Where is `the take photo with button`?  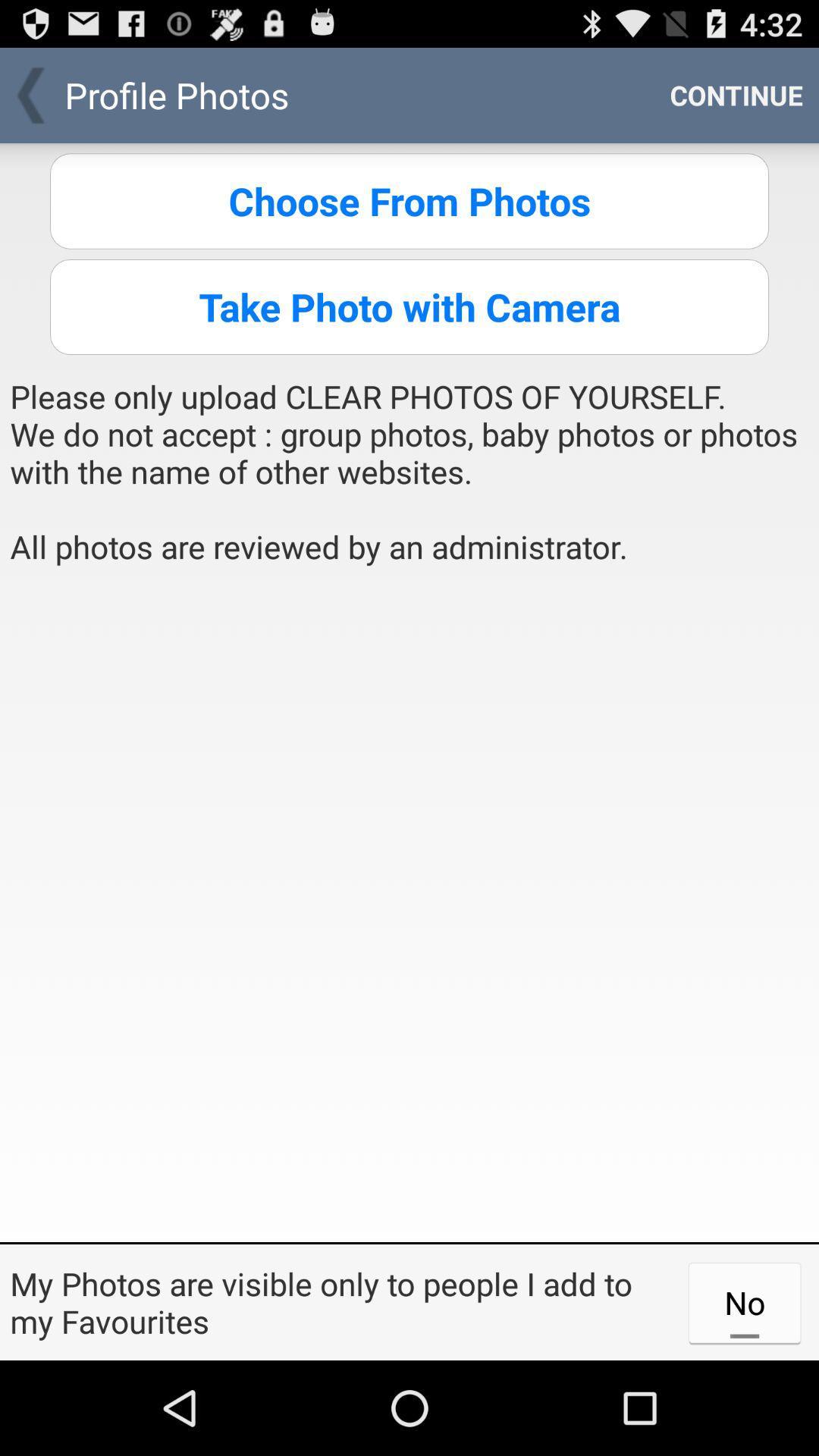 the take photo with button is located at coordinates (409, 306).